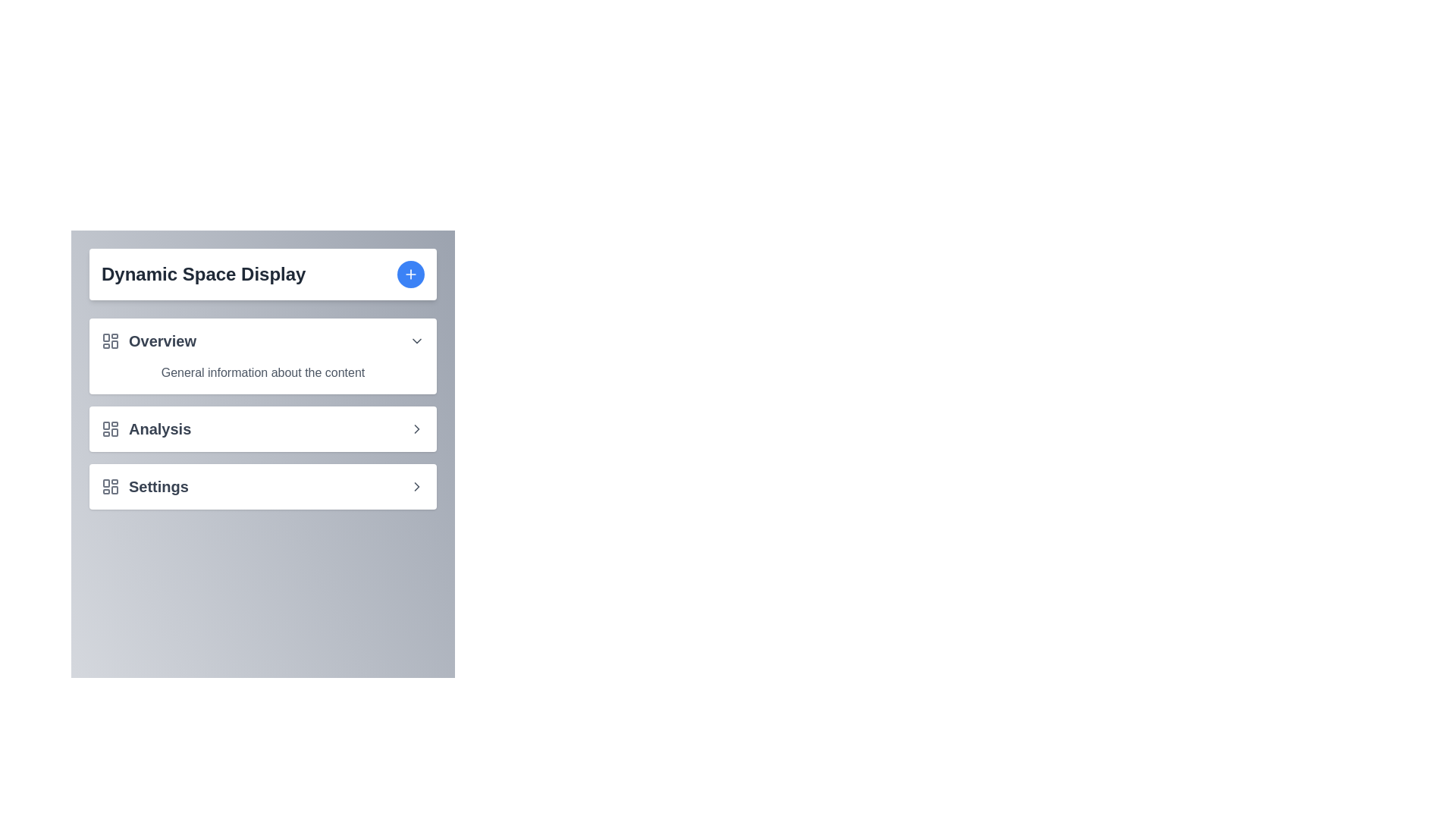 The image size is (1456, 819). Describe the element at coordinates (417, 486) in the screenshot. I see `the Chevron Icon located on the right side of the 'Settings' row` at that location.